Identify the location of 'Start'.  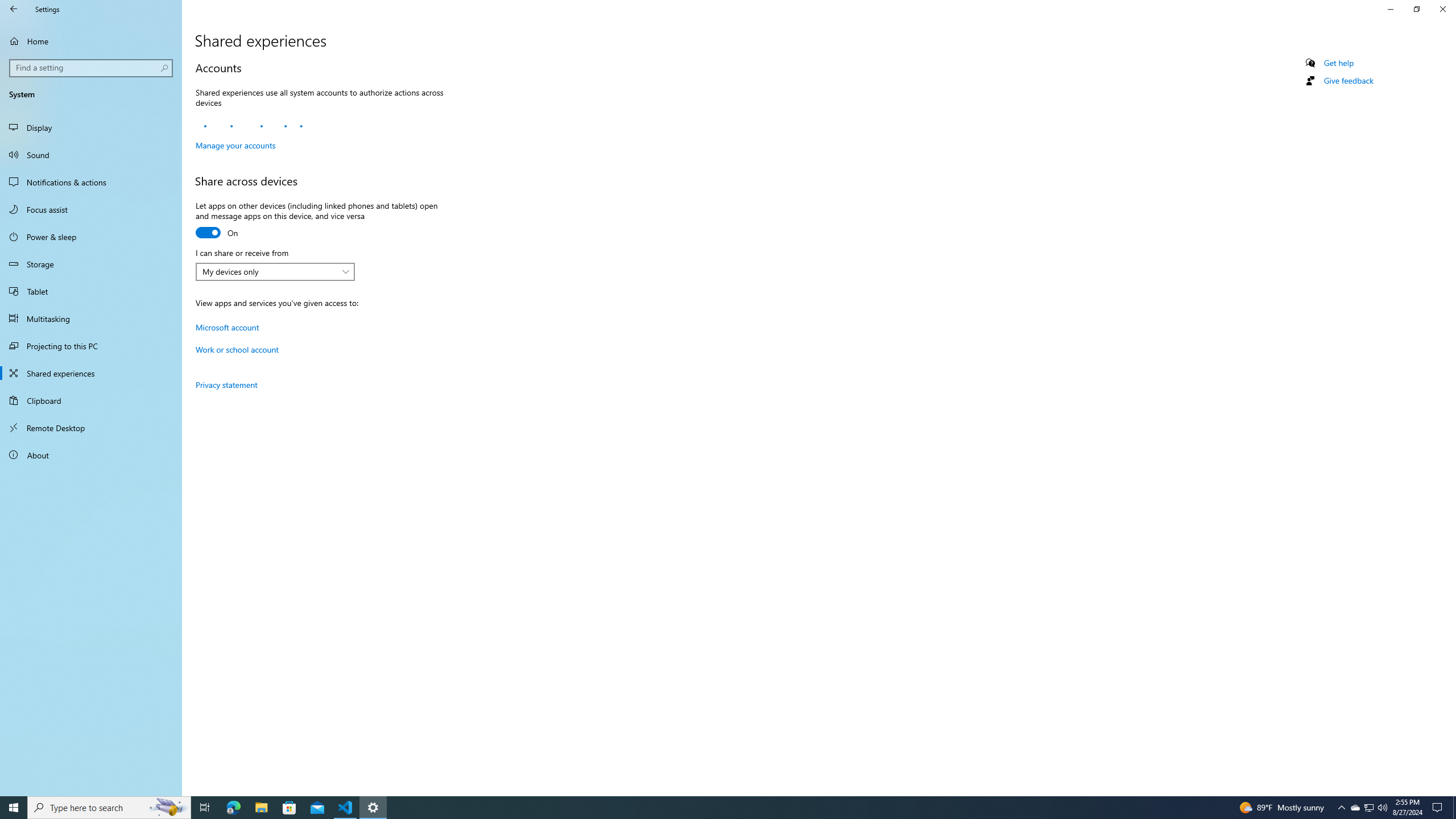
(14, 806).